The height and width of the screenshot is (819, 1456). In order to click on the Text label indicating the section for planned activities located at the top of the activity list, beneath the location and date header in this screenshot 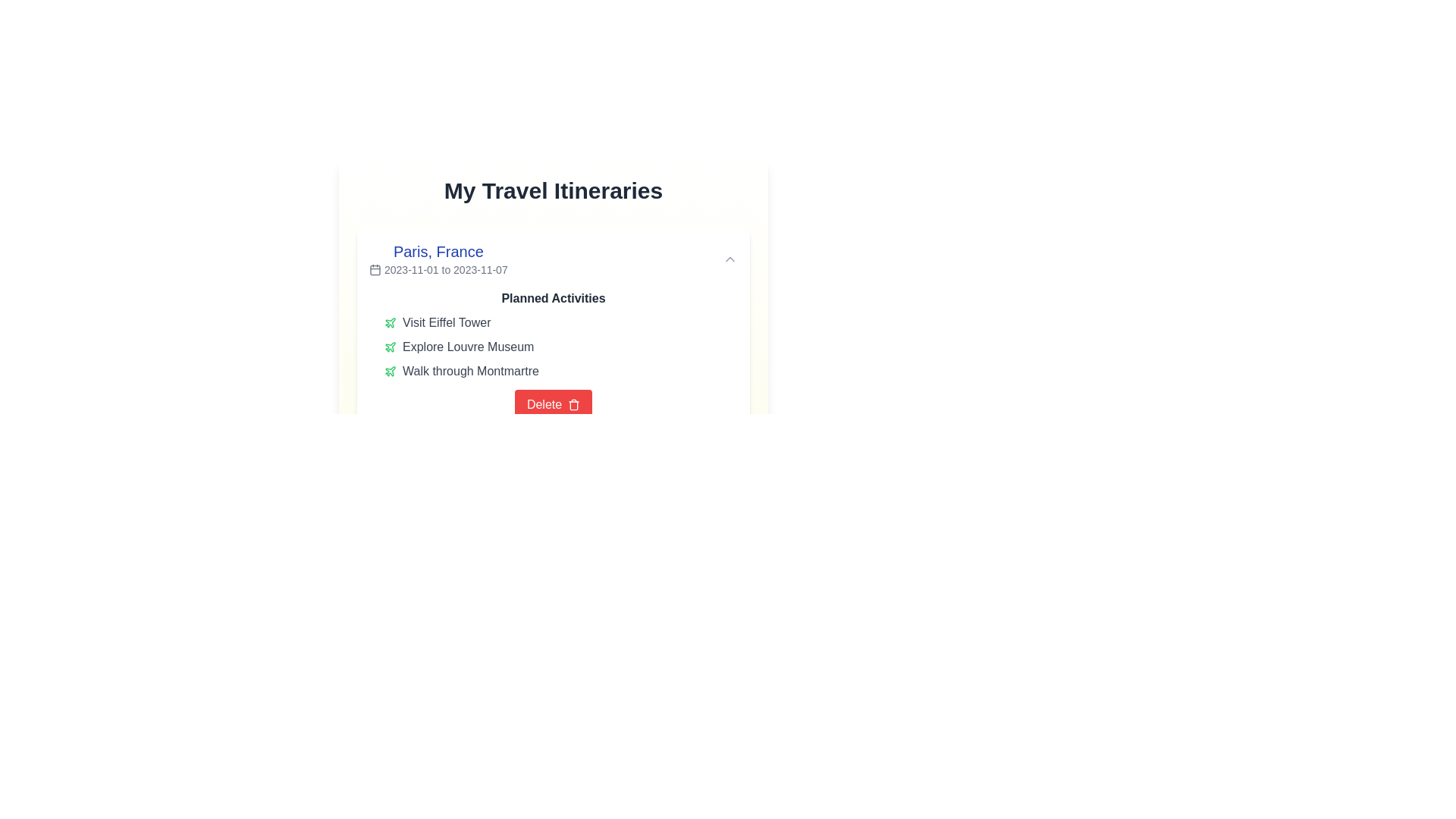, I will do `click(552, 298)`.